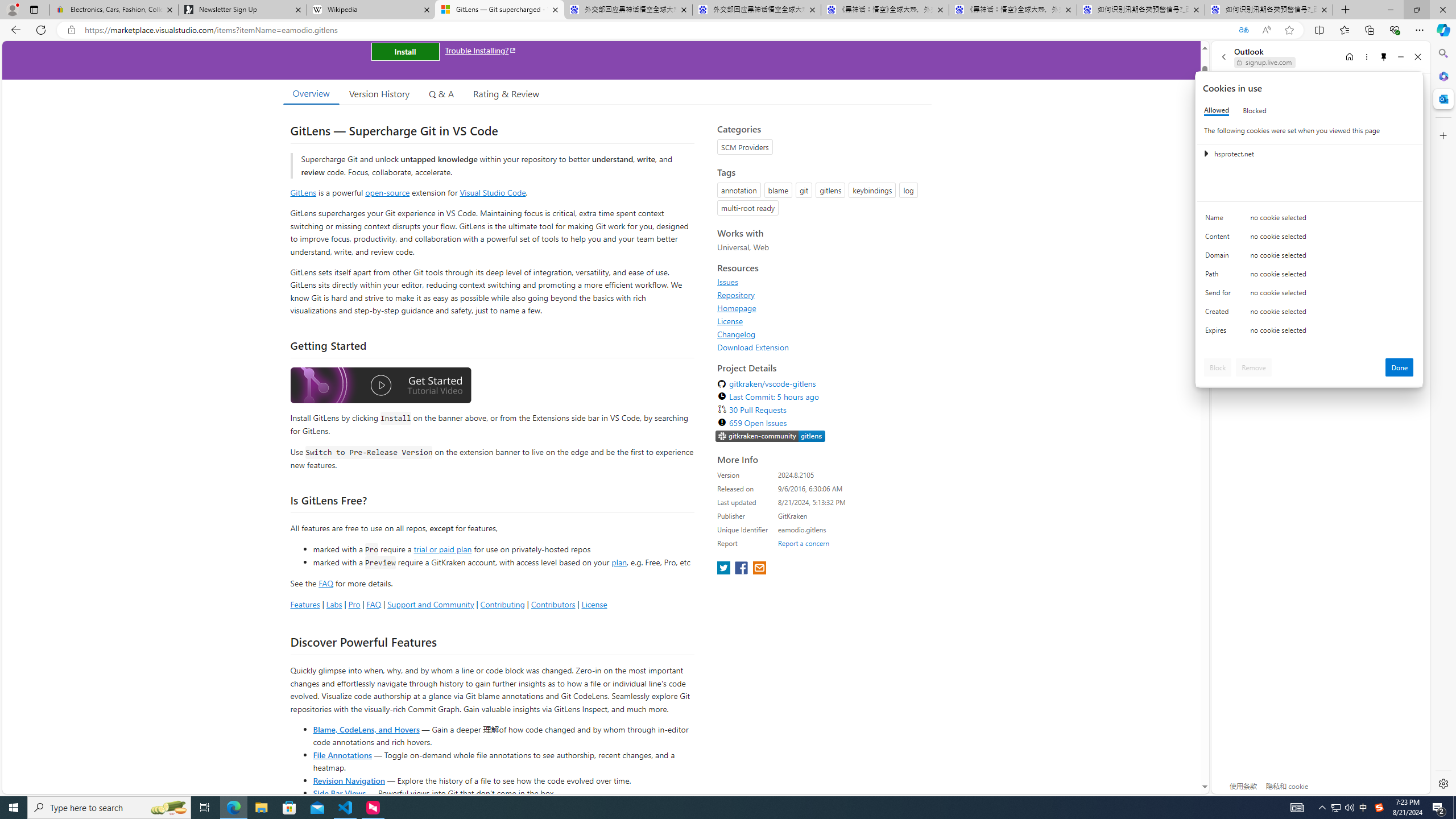 This screenshot has width=1456, height=819. I want to click on 'Created', so click(1219, 313).